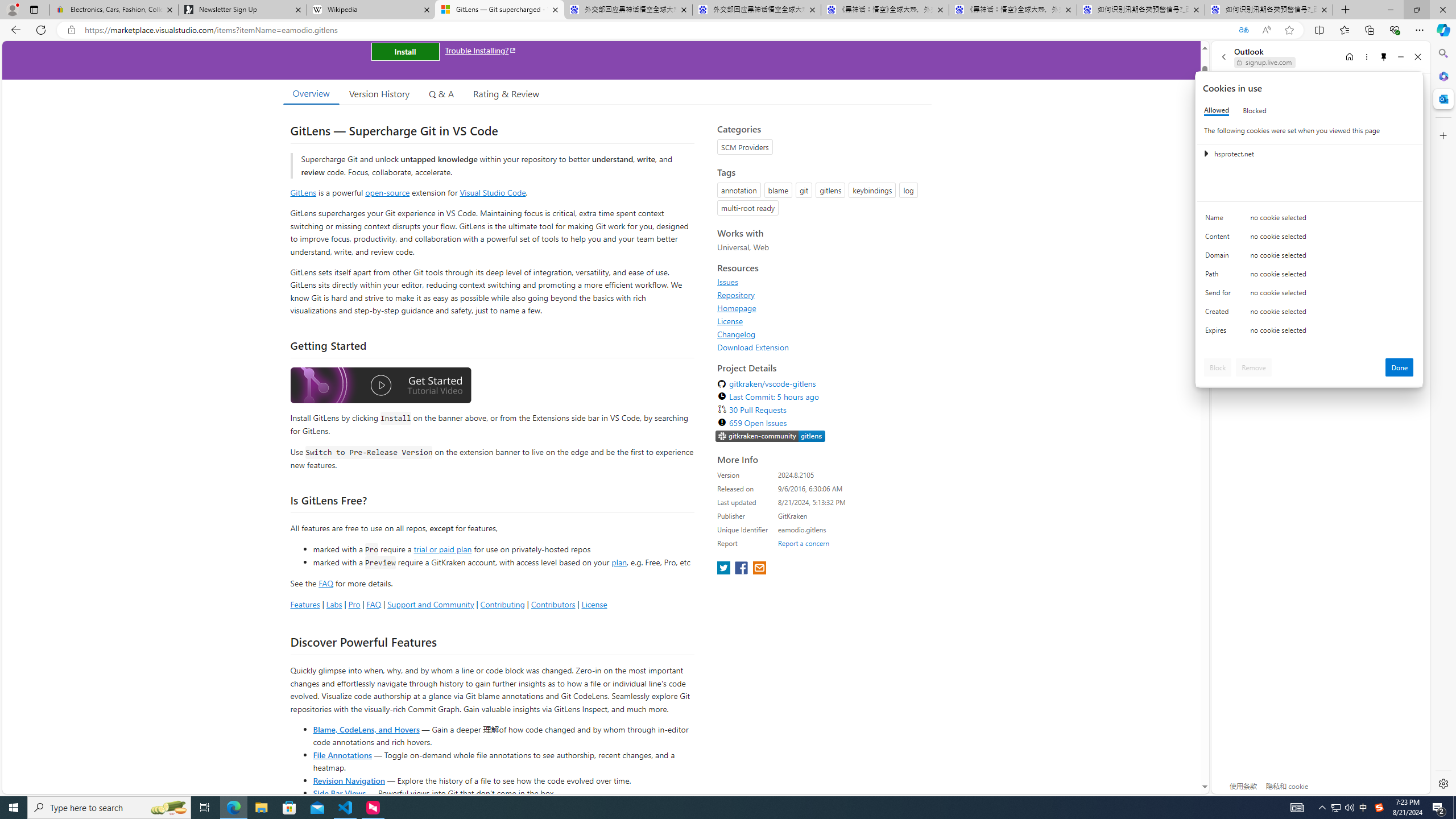 This screenshot has width=1456, height=819. I want to click on 'Created', so click(1219, 313).